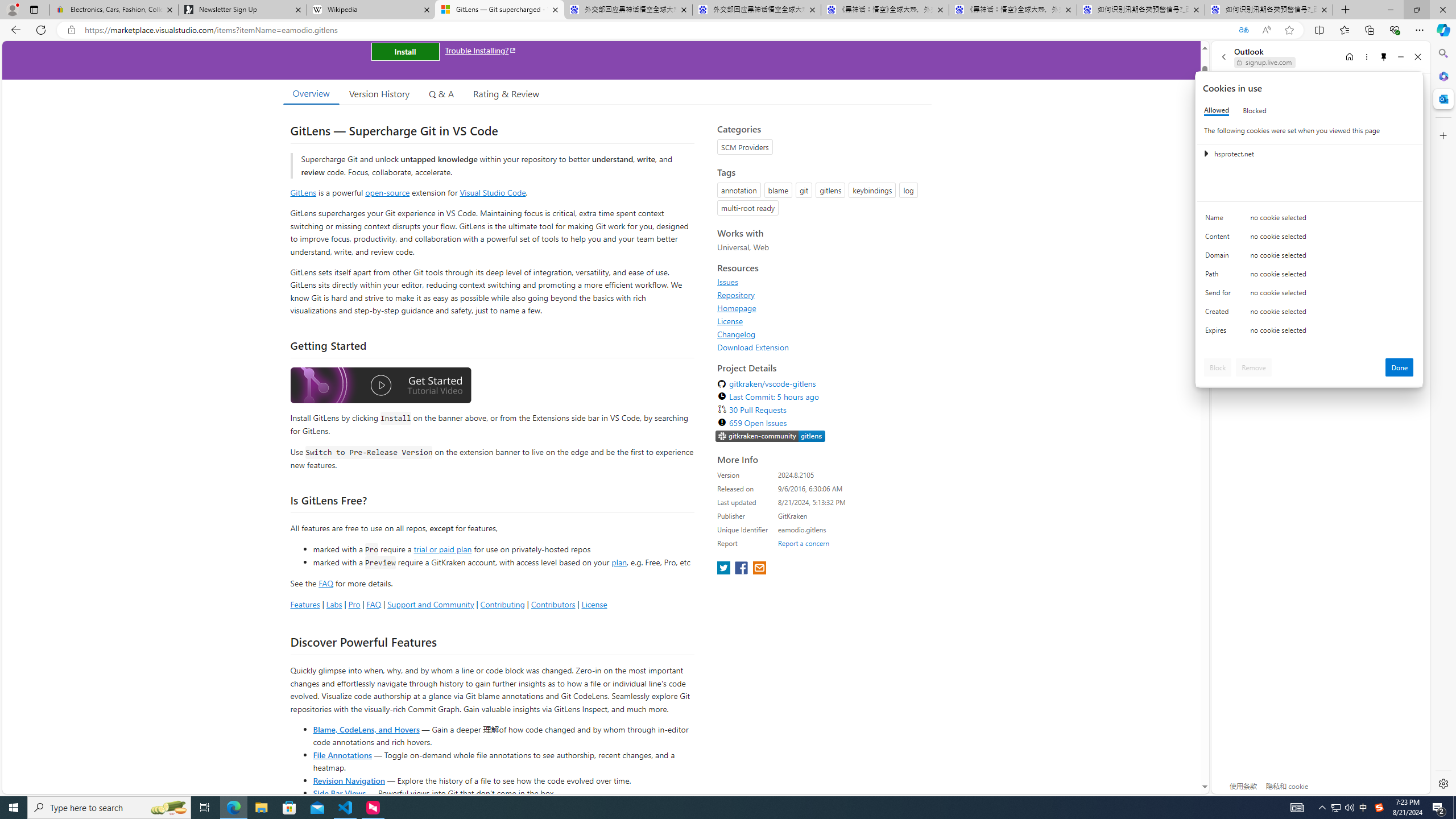 This screenshot has width=1456, height=819. I want to click on 'Created', so click(1219, 313).